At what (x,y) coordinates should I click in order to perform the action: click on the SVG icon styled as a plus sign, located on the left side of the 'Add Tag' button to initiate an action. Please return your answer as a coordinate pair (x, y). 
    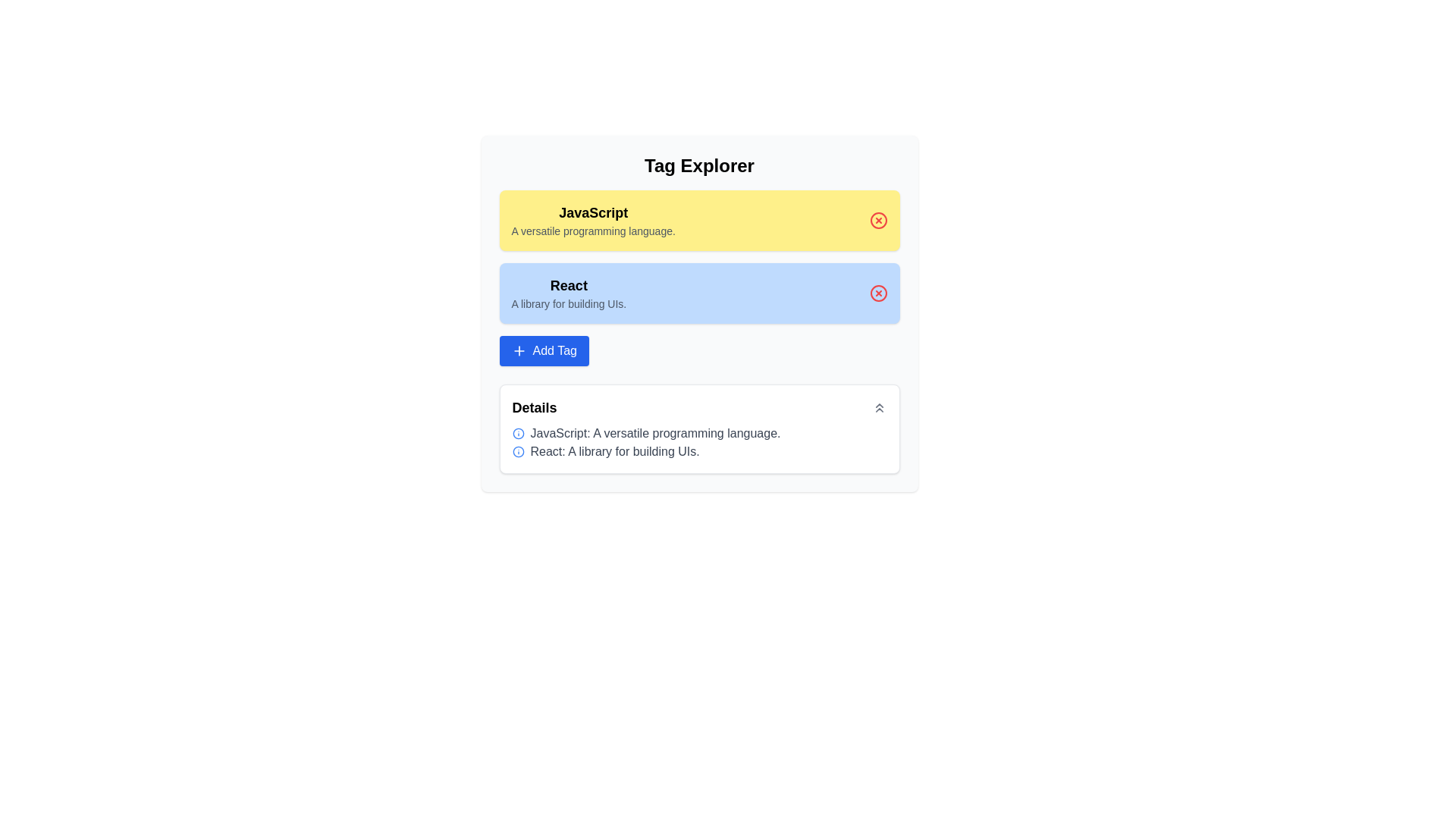
    Looking at the image, I should click on (519, 350).